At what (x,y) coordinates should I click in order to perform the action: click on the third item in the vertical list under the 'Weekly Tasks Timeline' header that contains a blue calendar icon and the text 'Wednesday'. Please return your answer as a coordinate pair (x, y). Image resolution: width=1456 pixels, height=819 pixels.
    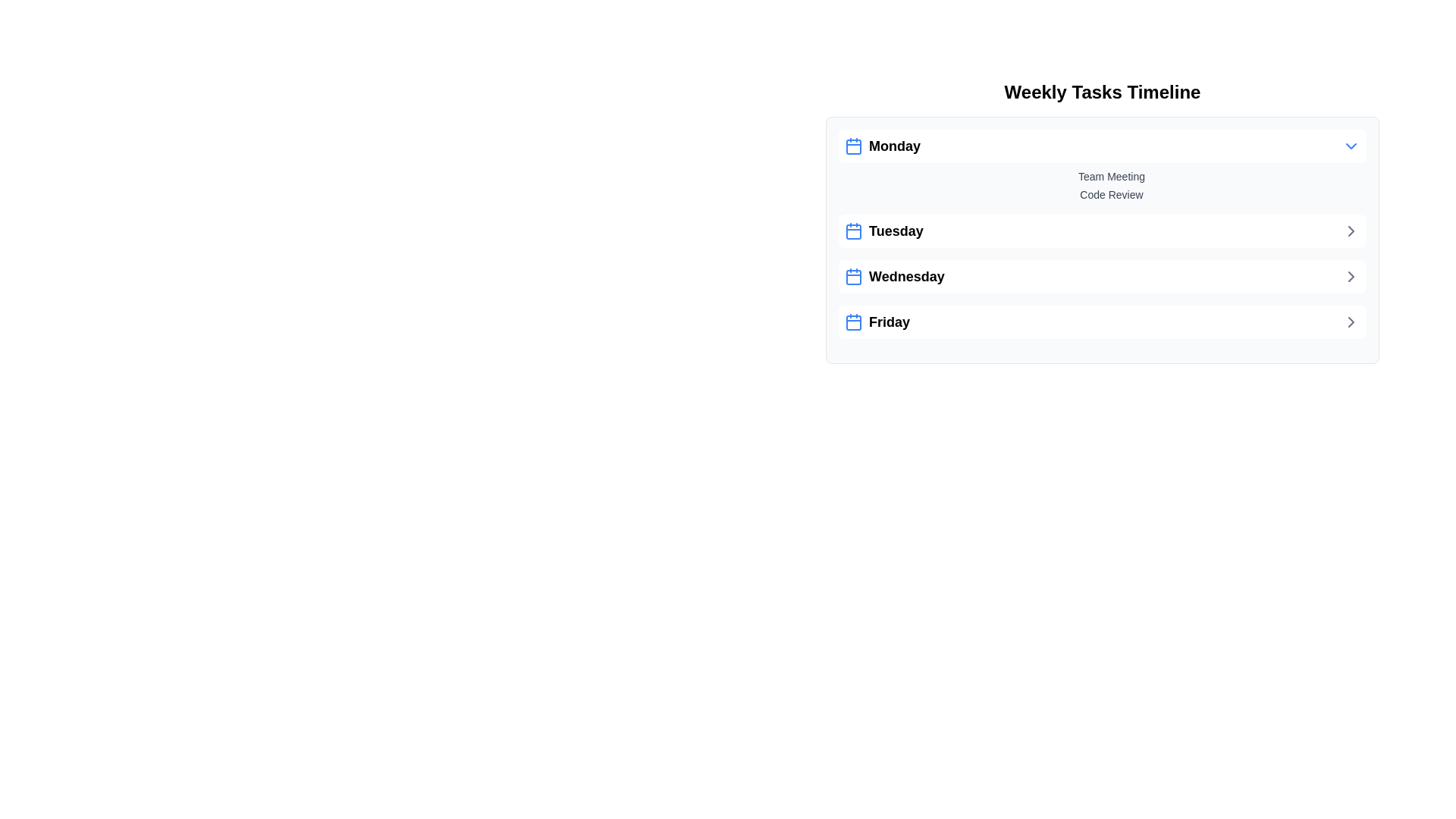
    Looking at the image, I should click on (894, 277).